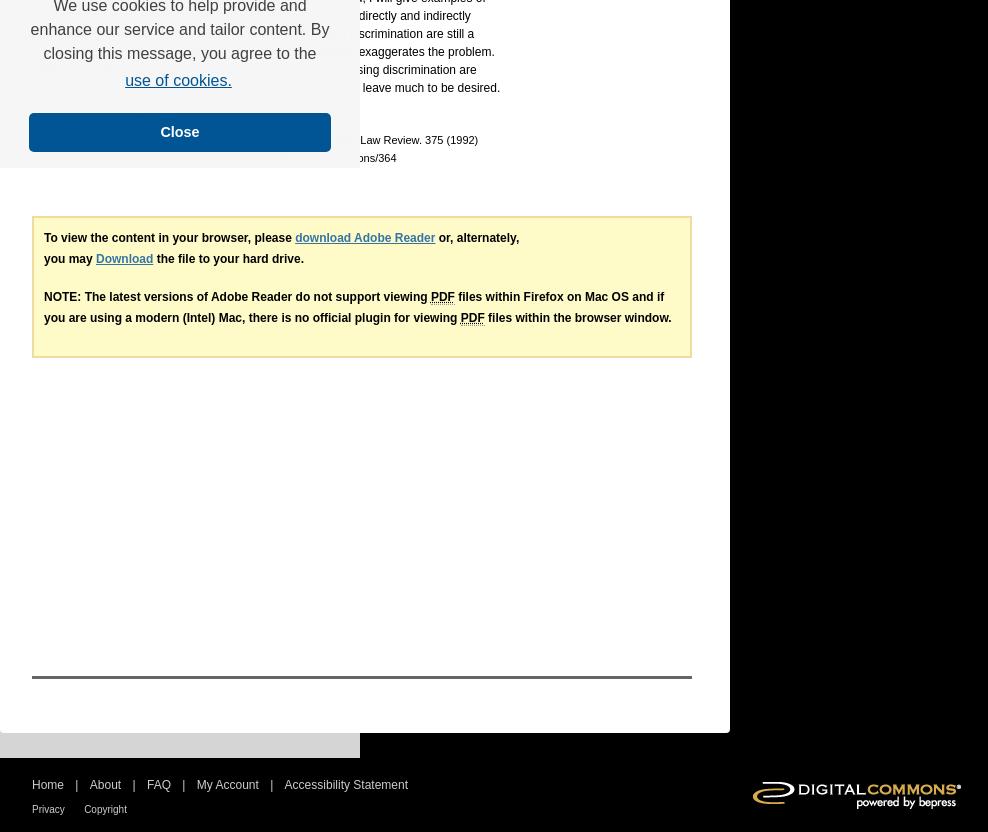 The width and height of the screenshot is (988, 832). What do you see at coordinates (96, 259) in the screenshot?
I see `'Download'` at bounding box center [96, 259].